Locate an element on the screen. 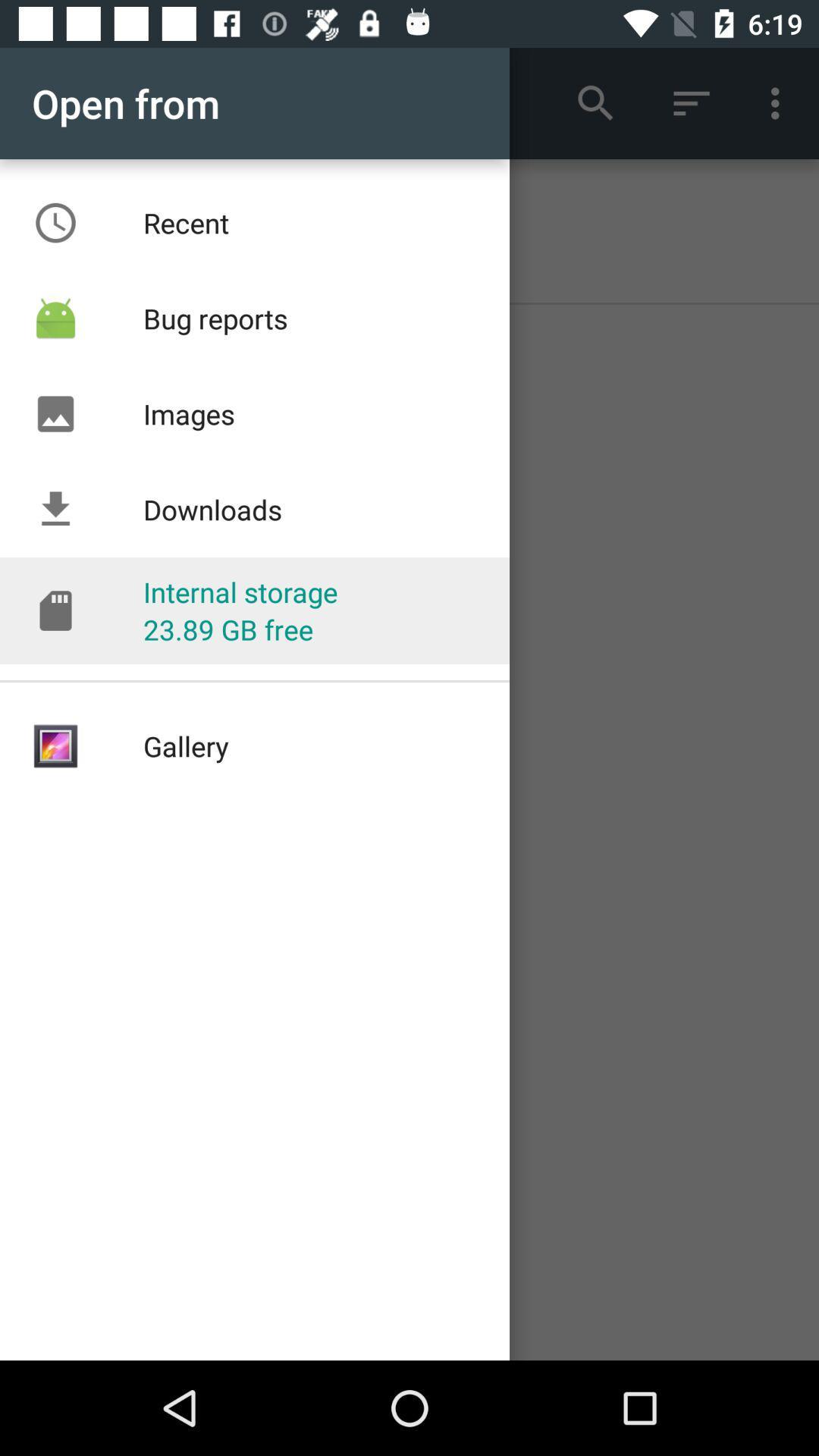  the search tool is located at coordinates (595, 103).